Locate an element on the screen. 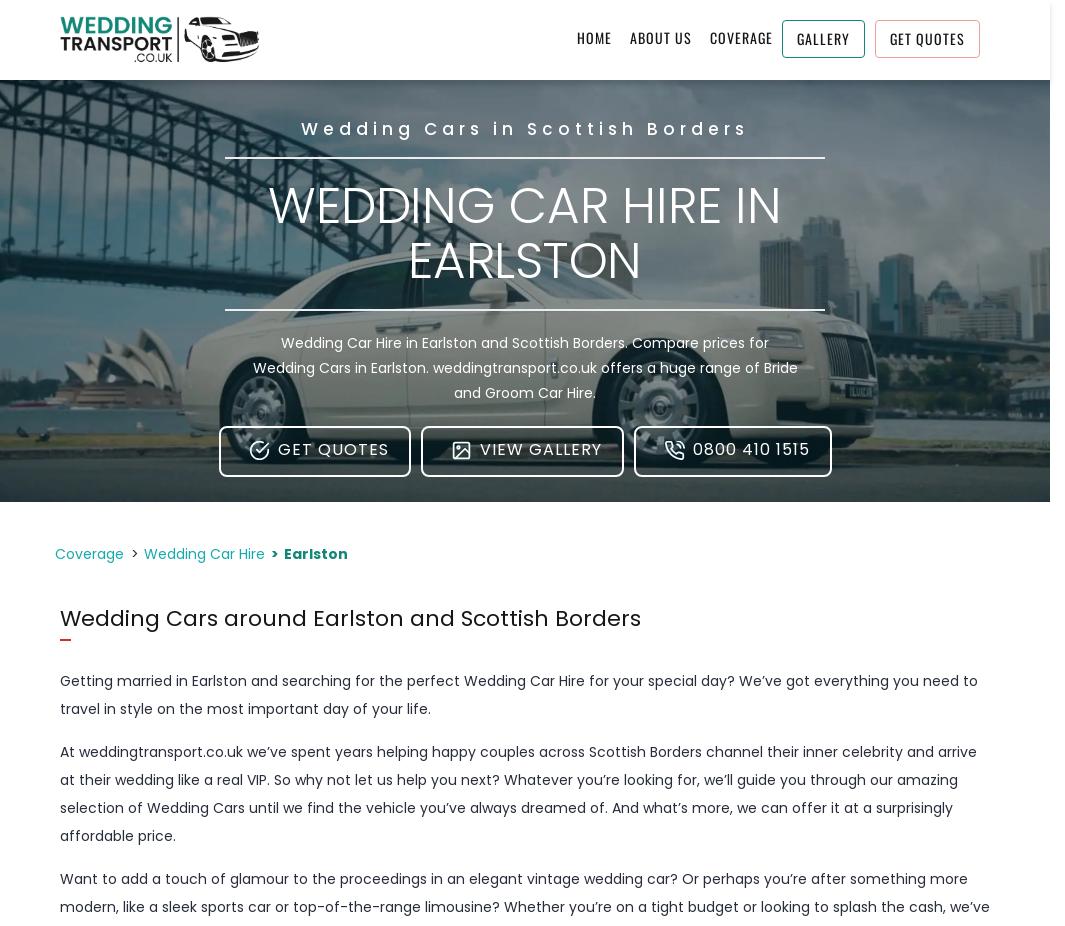 The width and height of the screenshot is (1065, 926). 'Earlston' is located at coordinates (283, 553).